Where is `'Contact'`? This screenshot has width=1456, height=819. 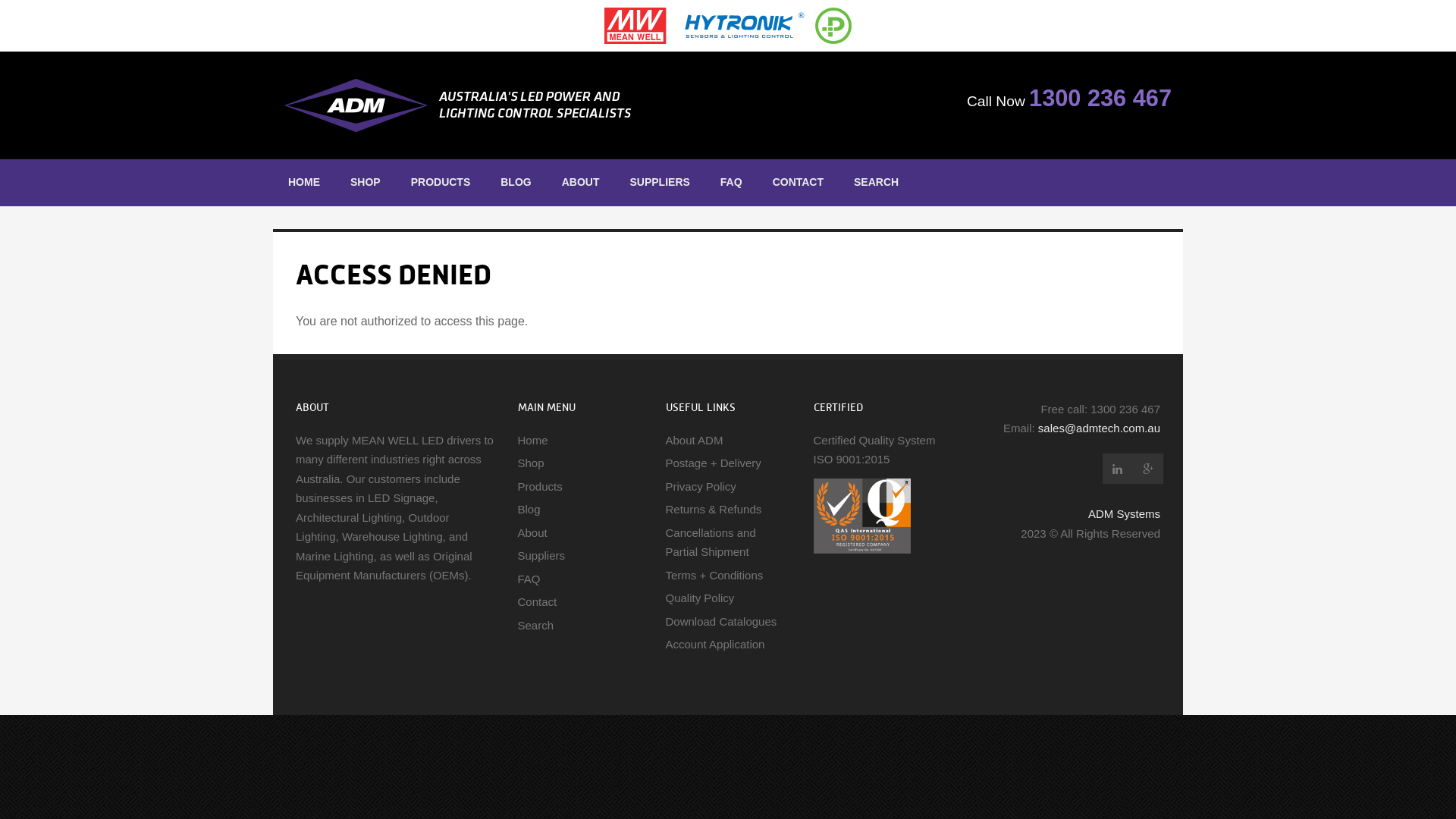 'Contact' is located at coordinates (537, 601).